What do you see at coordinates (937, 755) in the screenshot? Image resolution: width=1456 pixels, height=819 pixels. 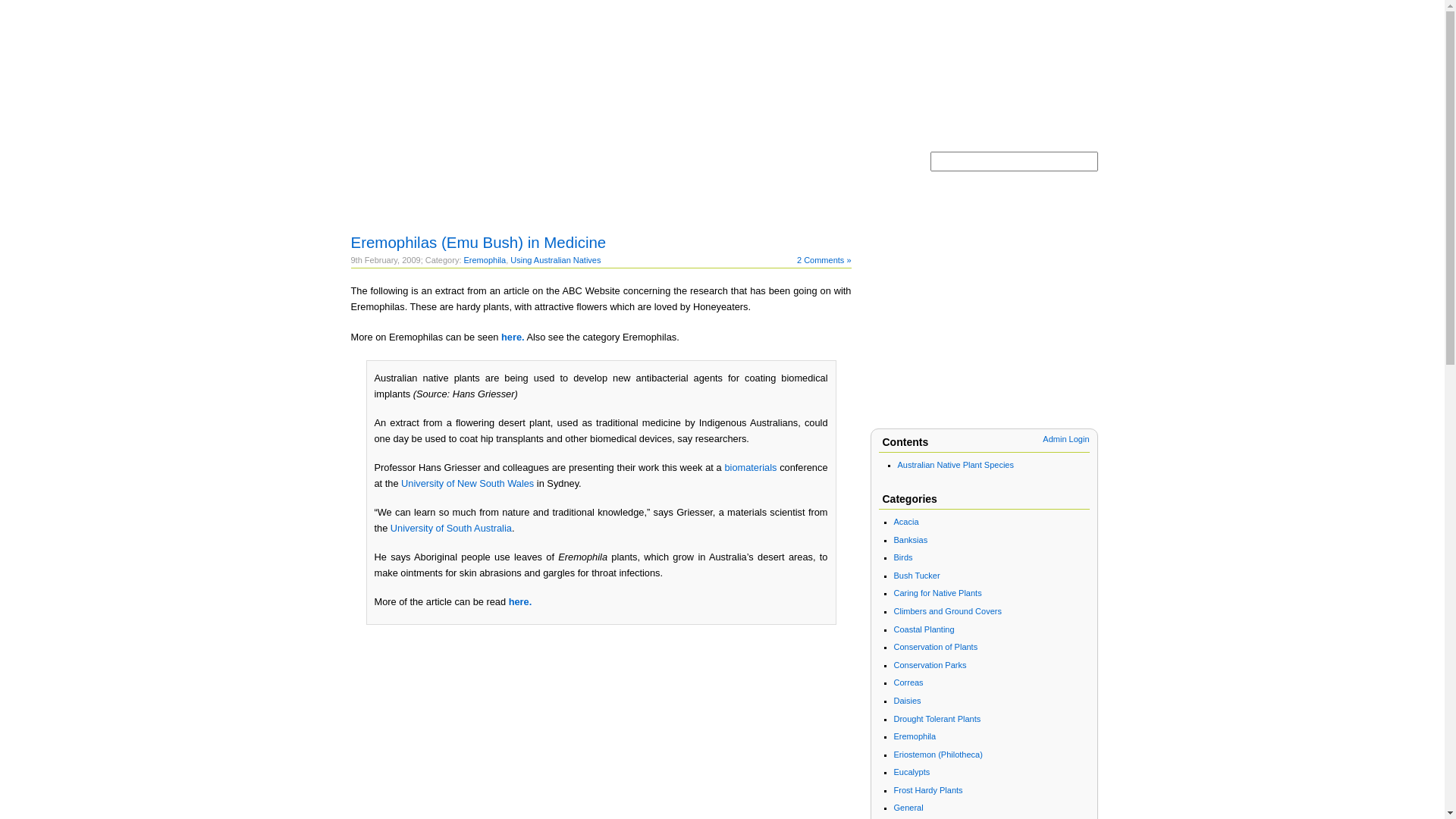 I see `'Eriostemon (Philotheca)'` at bounding box center [937, 755].